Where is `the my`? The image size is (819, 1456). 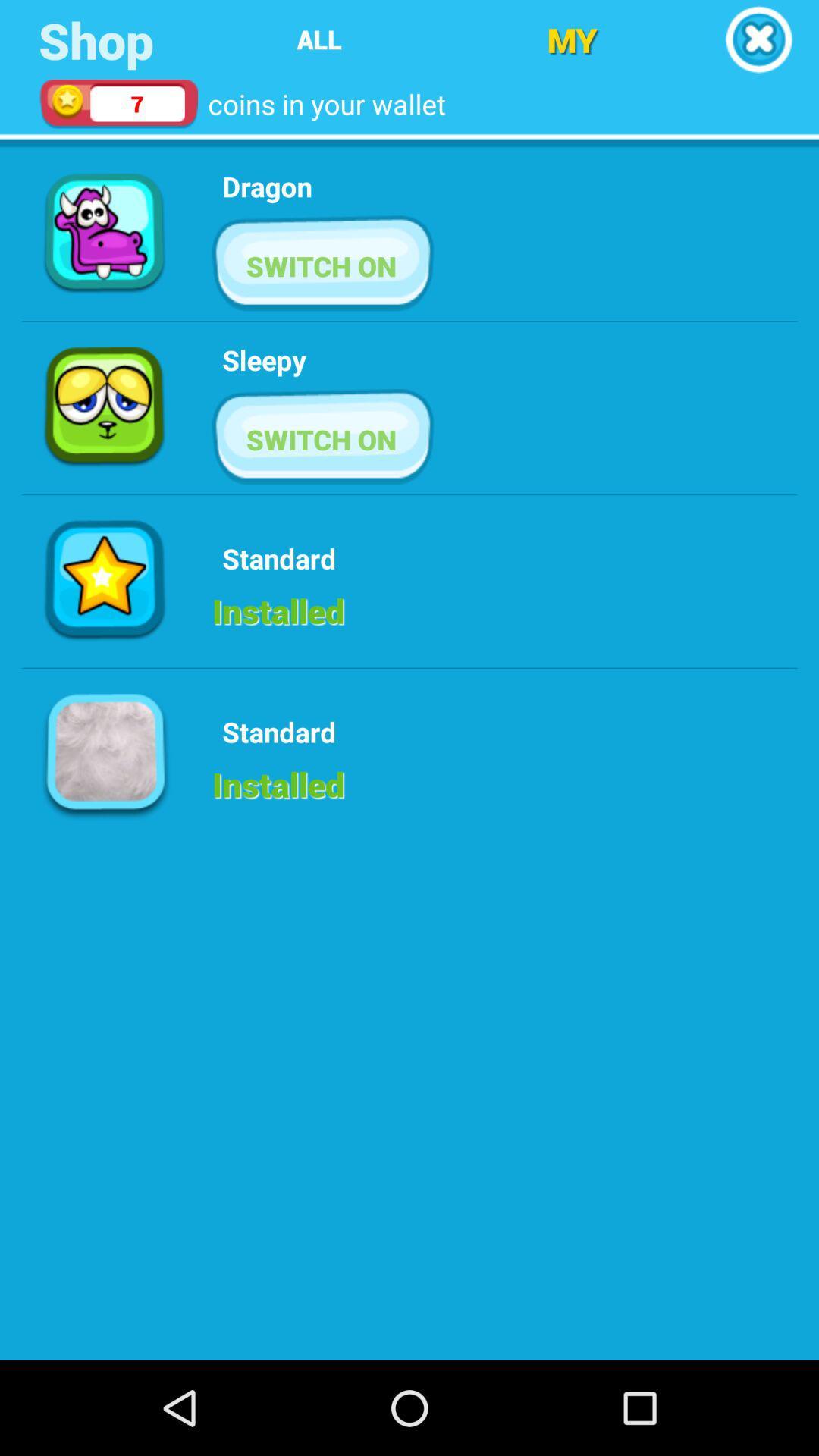
the my is located at coordinates (572, 39).